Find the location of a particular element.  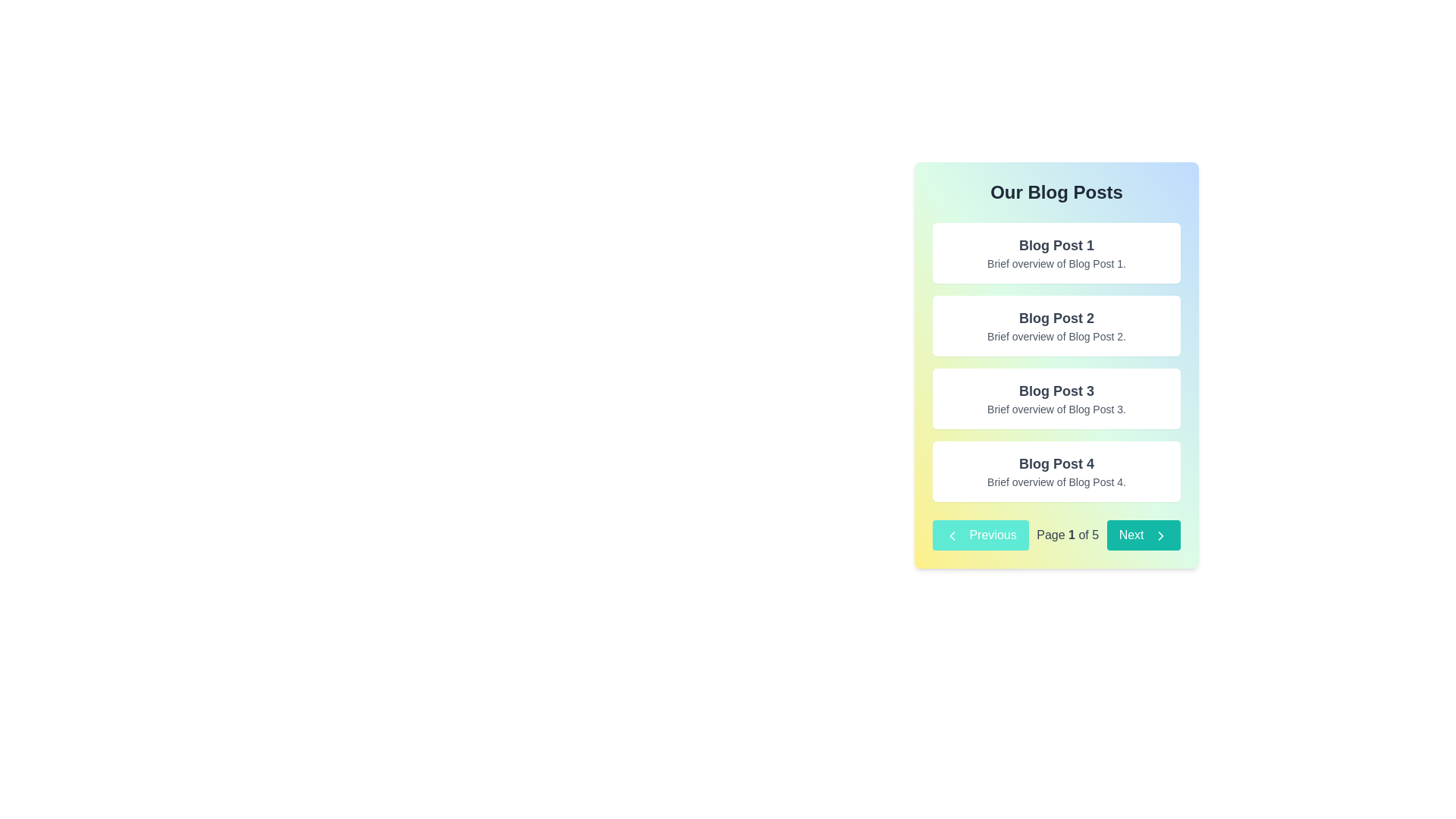

the fourth and bottom-most blog post preview card in the vertical list, which provides a title and short description, located between 'Blog Post 3' and the footer is located at coordinates (1056, 470).